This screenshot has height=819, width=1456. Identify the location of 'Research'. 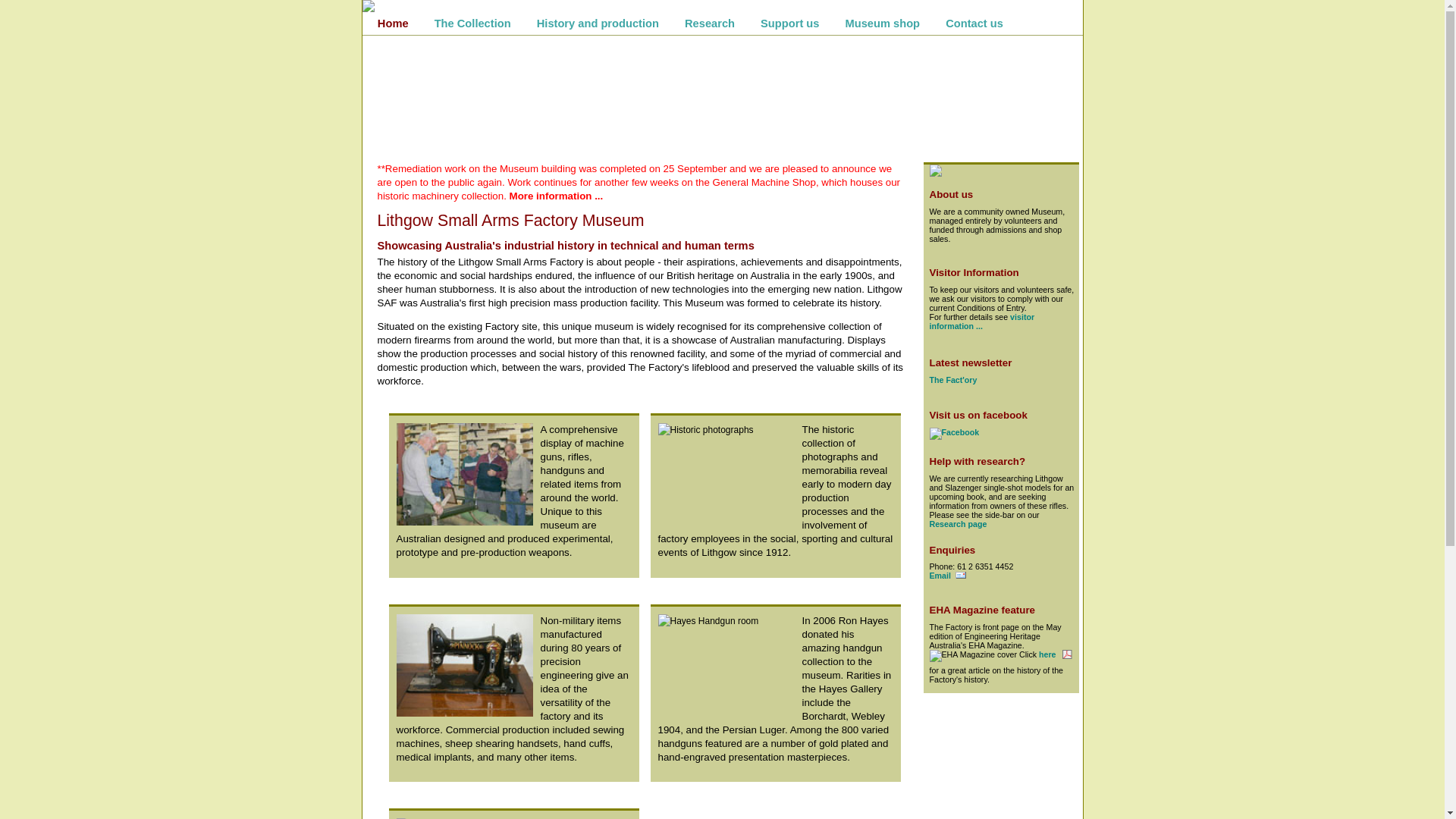
(673, 23).